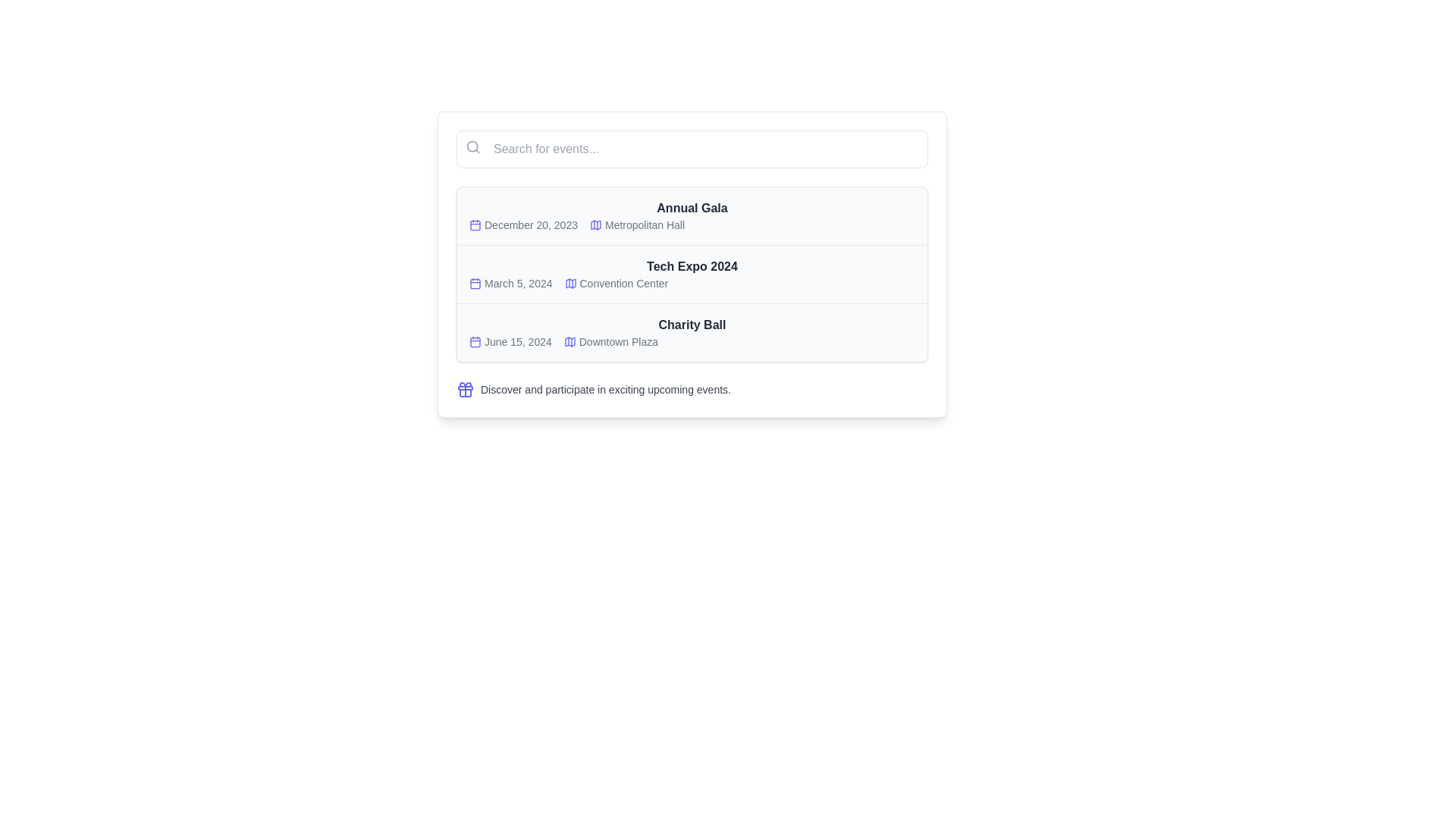 This screenshot has height=819, width=1456. Describe the element at coordinates (604, 388) in the screenshot. I see `text content 'Discover and participate in exciting upcoming events.' which is styled in a subtle gray color and located in the bottom section of the interface beside a visual icon` at that location.